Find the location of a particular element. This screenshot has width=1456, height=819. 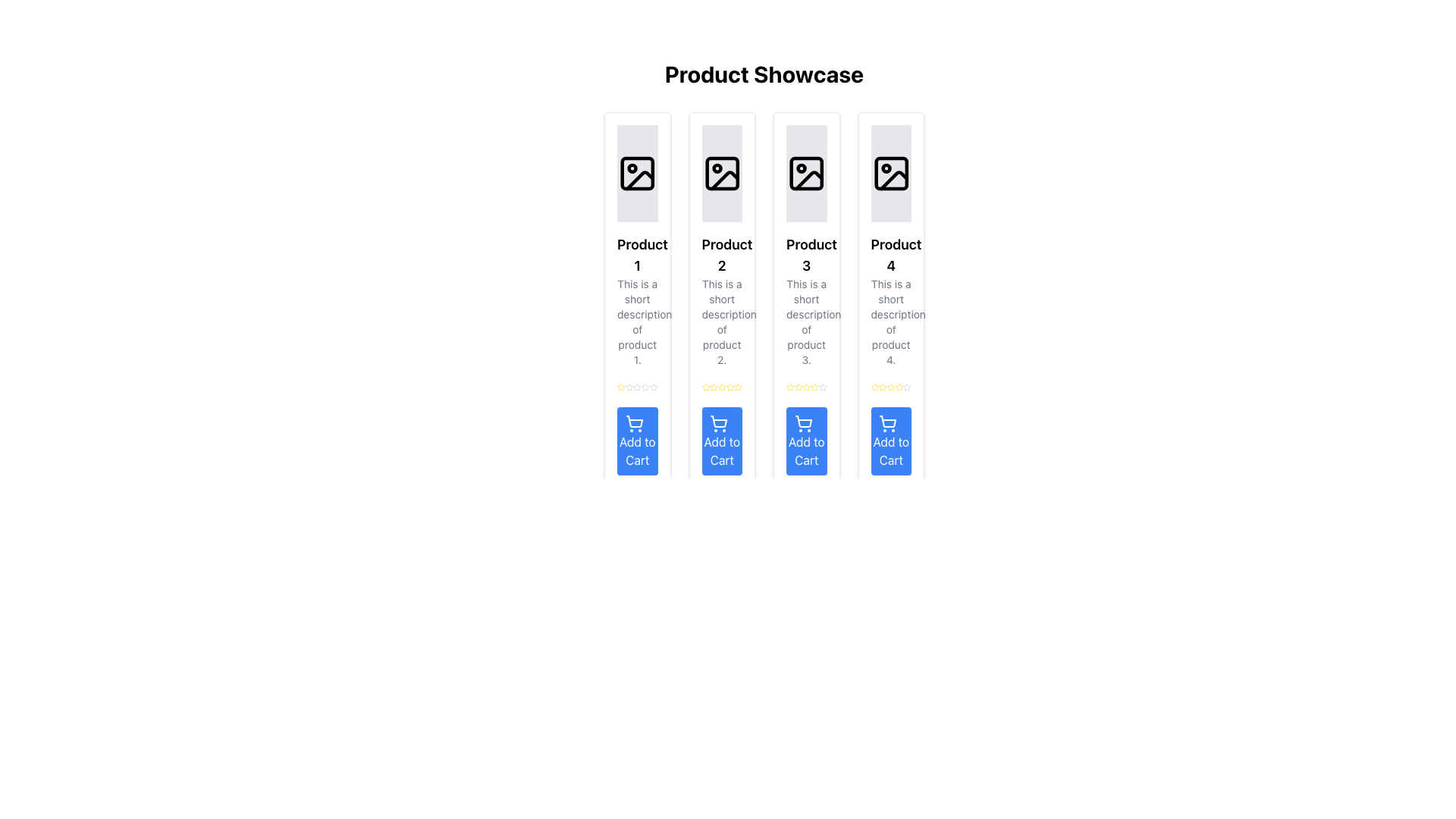

the visual state of the star icon used for rating purposes located in the product card labeled 'Product 3', positioned between the product description and the 'Add to Cart' button is located at coordinates (789, 386).